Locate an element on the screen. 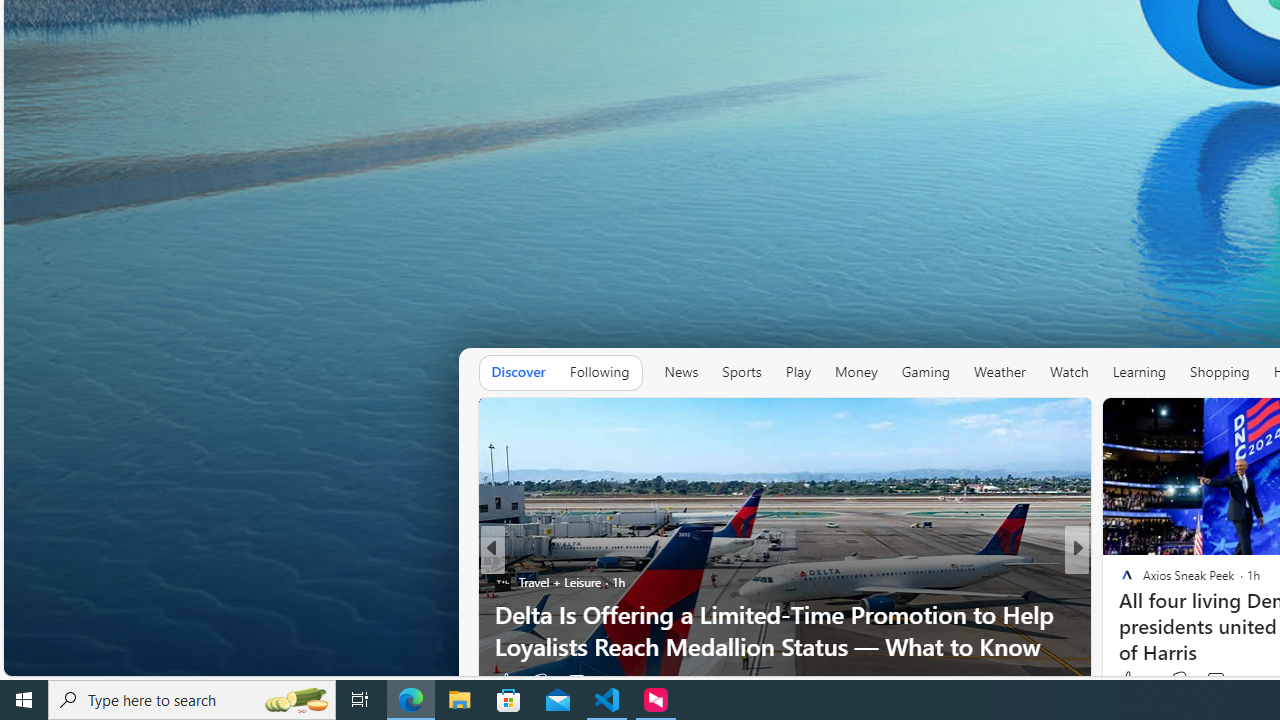 This screenshot has height=720, width=1280. 'Reader' is located at coordinates (1117, 581).